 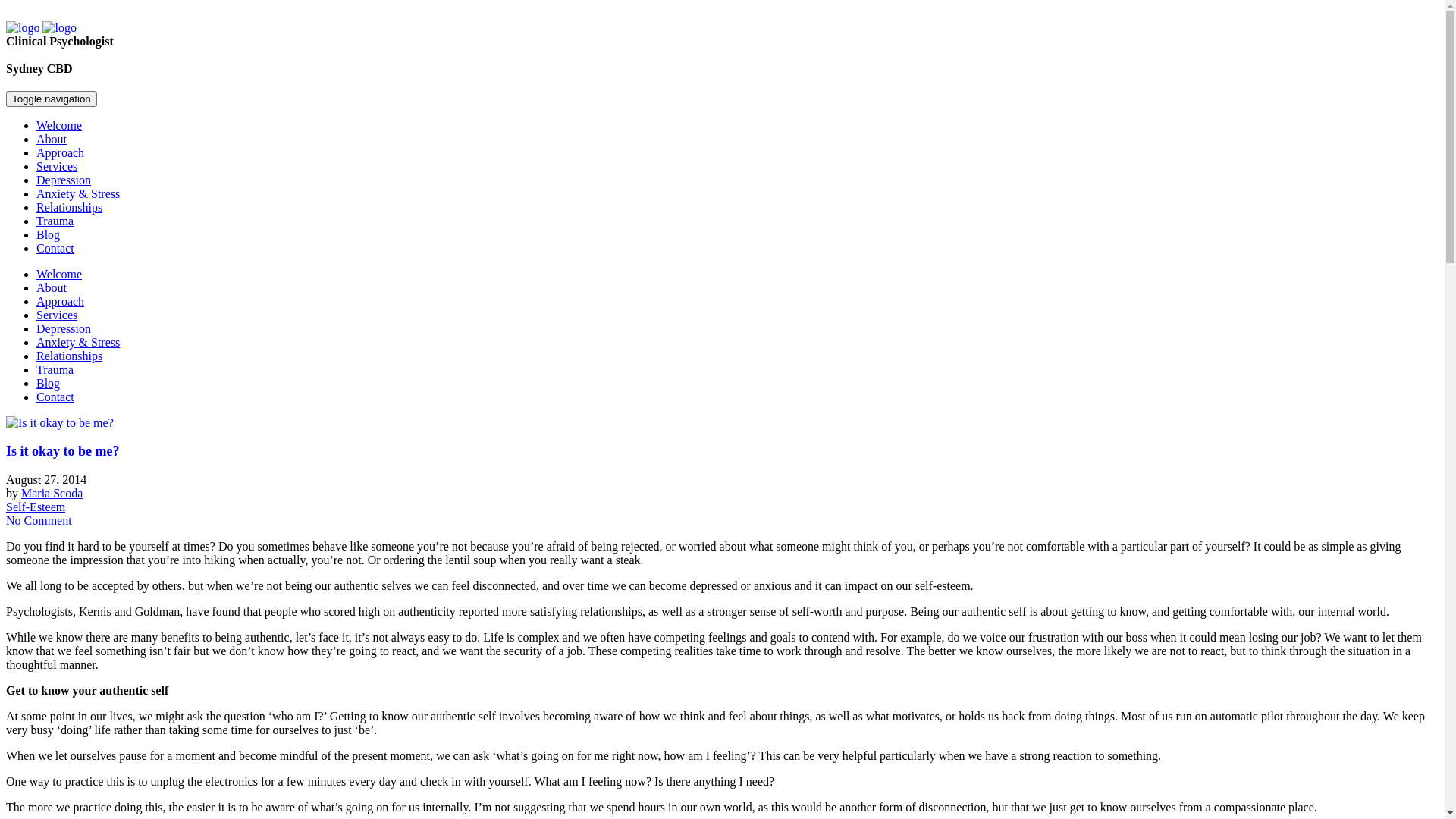 What do you see at coordinates (51, 139) in the screenshot?
I see `'About'` at bounding box center [51, 139].